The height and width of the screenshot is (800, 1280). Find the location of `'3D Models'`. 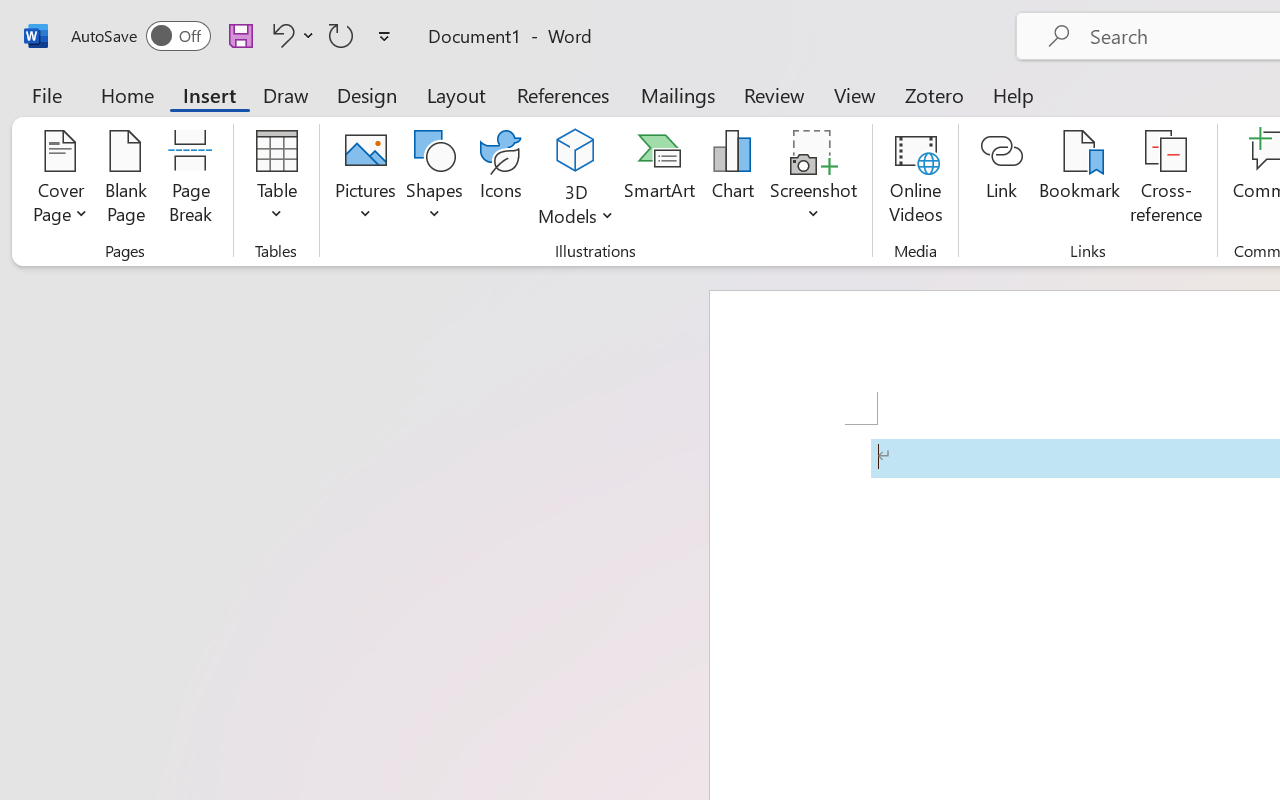

'3D Models' is located at coordinates (575, 179).